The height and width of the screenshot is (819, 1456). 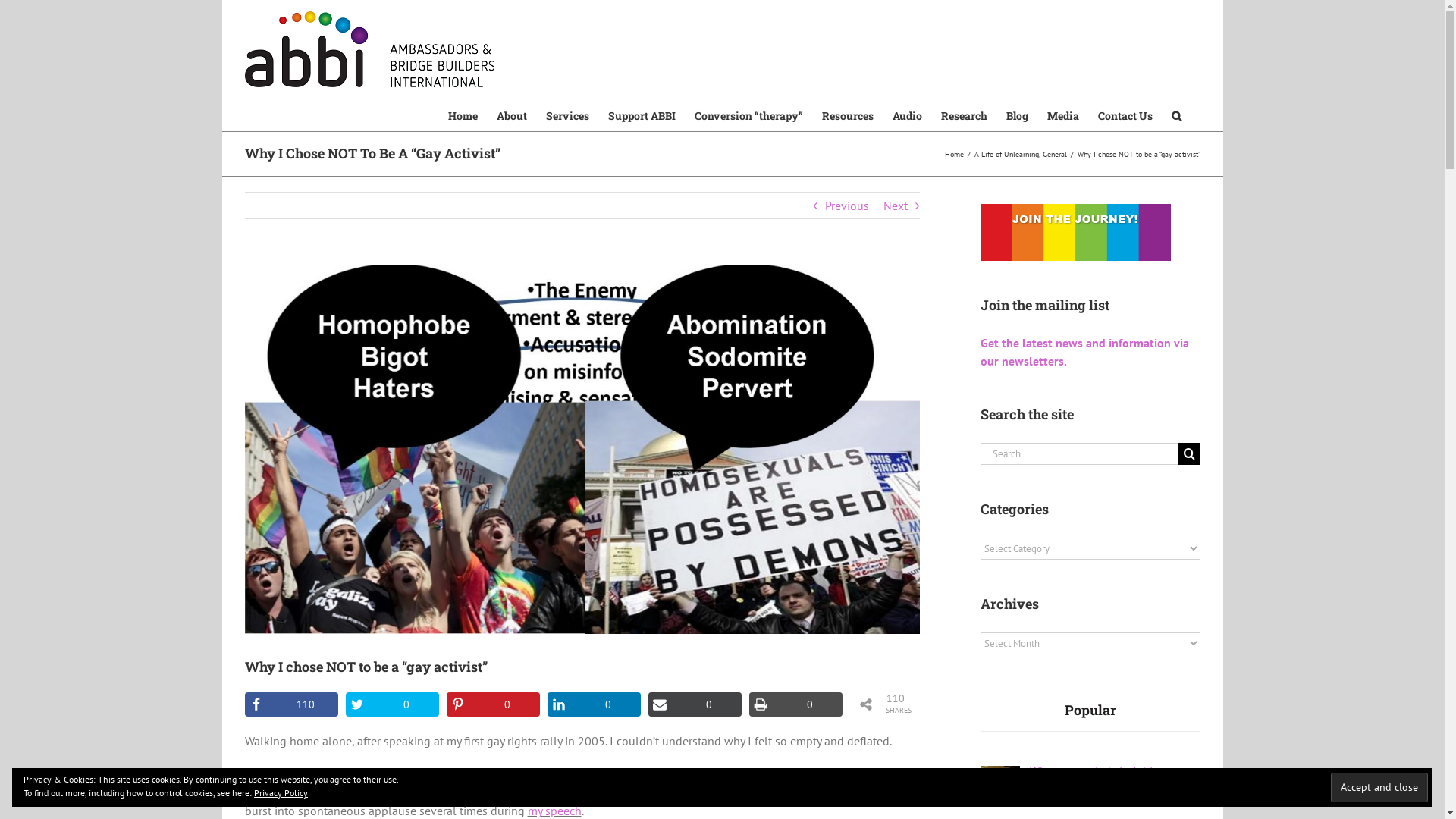 I want to click on 'Research', so click(x=962, y=114).